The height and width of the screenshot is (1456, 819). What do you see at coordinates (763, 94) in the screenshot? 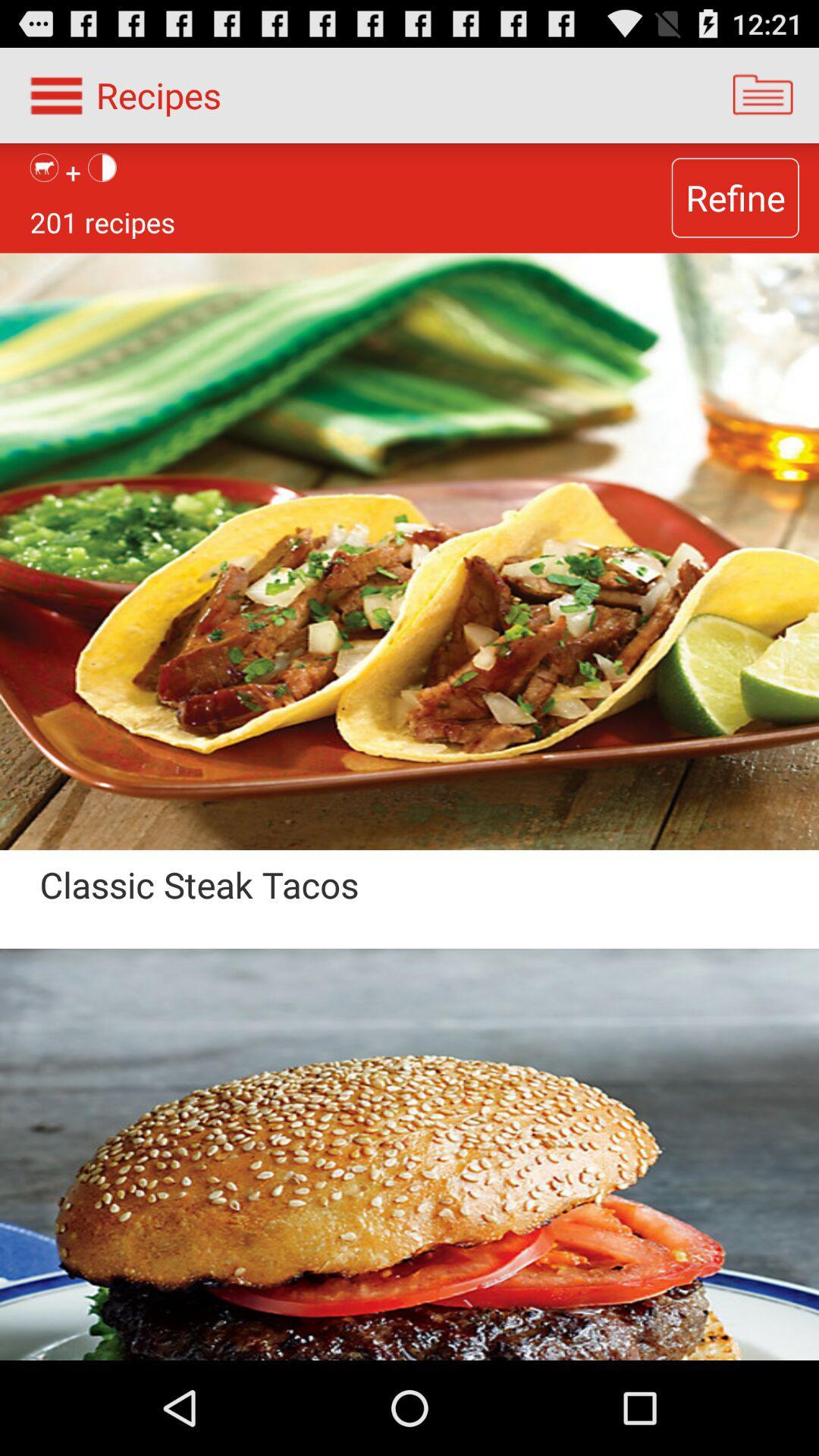
I see `app to the right of recipes` at bounding box center [763, 94].